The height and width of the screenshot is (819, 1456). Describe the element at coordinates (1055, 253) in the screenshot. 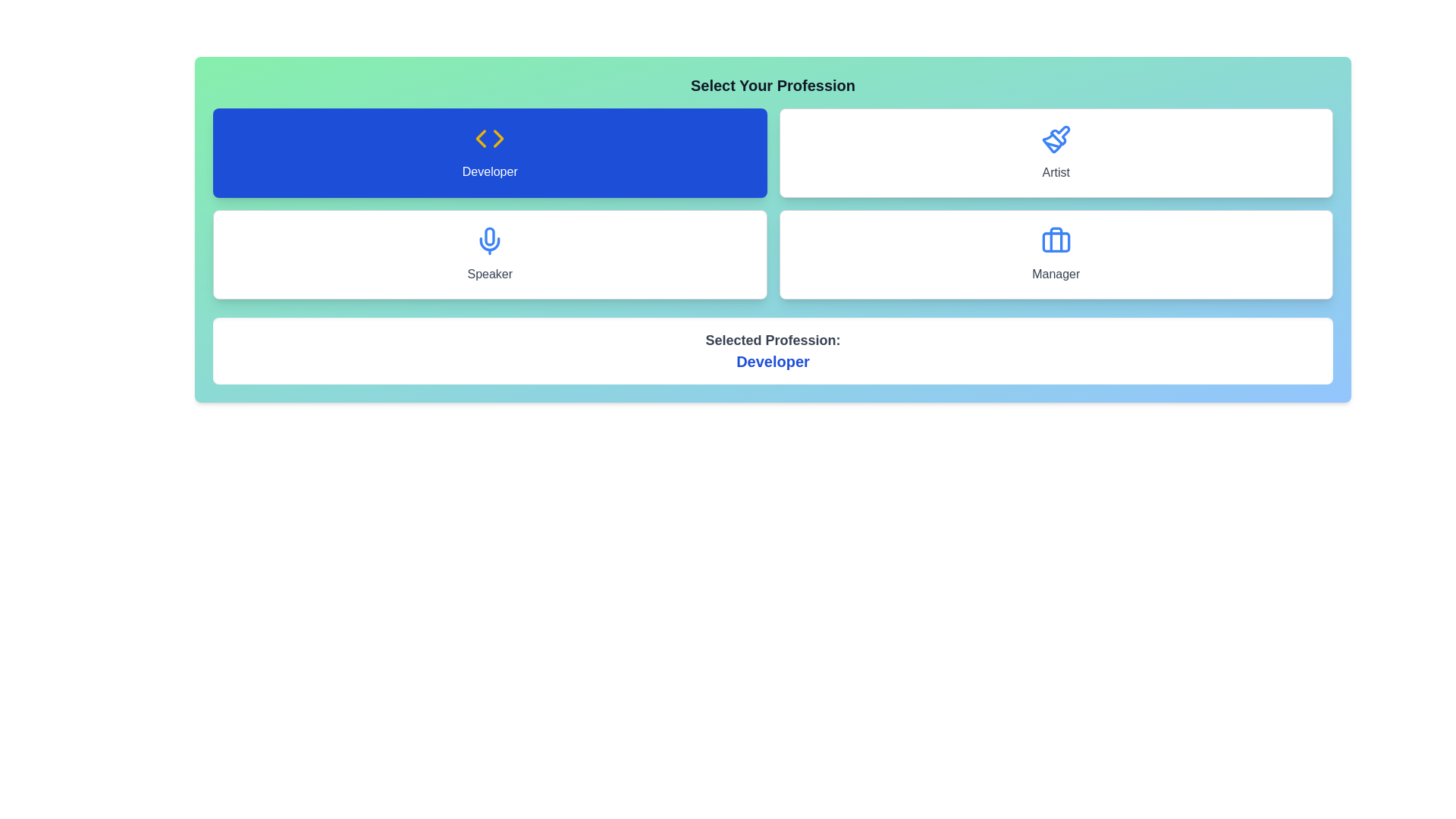

I see `the profession Manager by clicking its corresponding button` at that location.